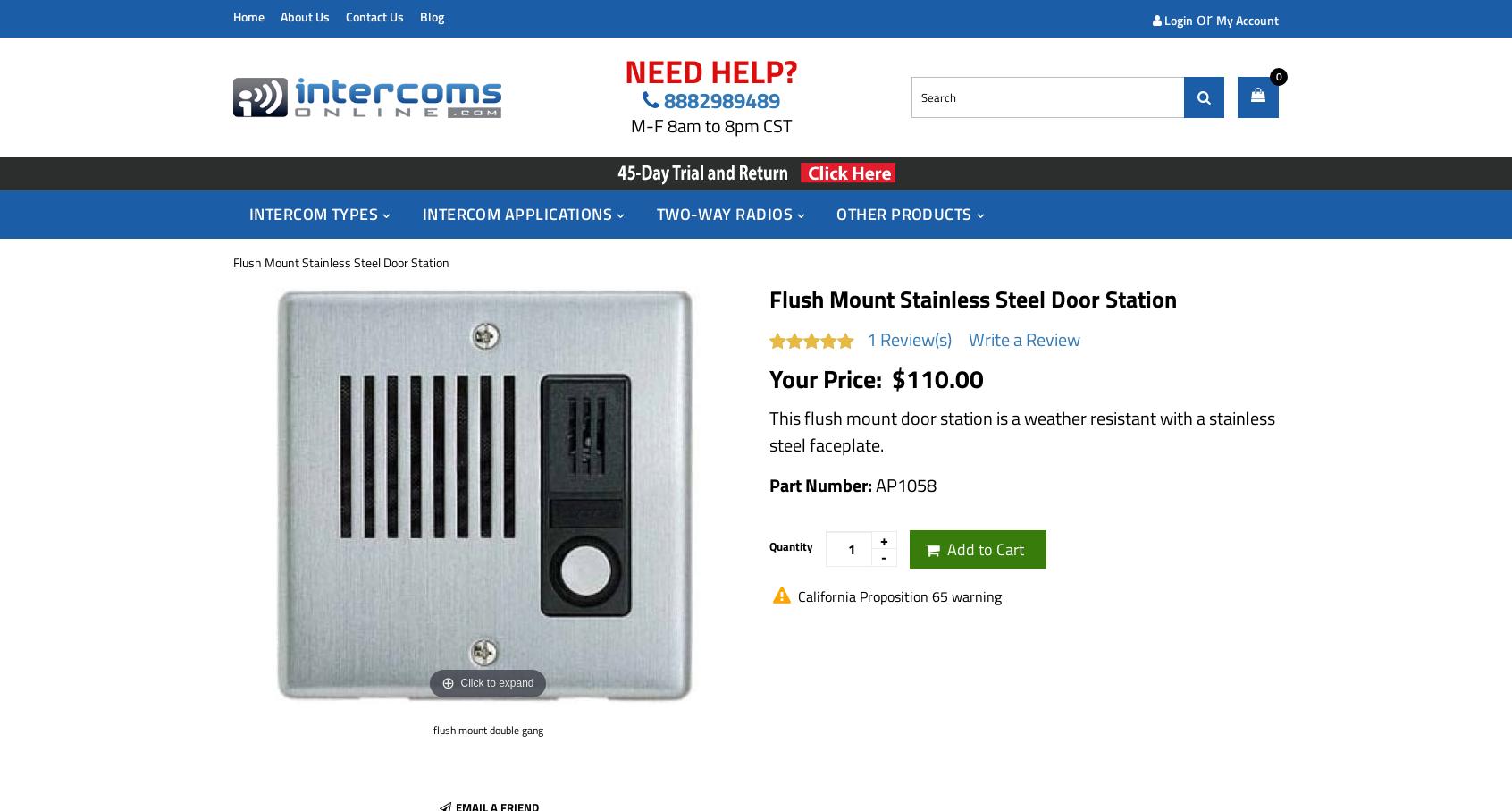  What do you see at coordinates (710, 125) in the screenshot?
I see `'M-F 8am to 8pm CST'` at bounding box center [710, 125].